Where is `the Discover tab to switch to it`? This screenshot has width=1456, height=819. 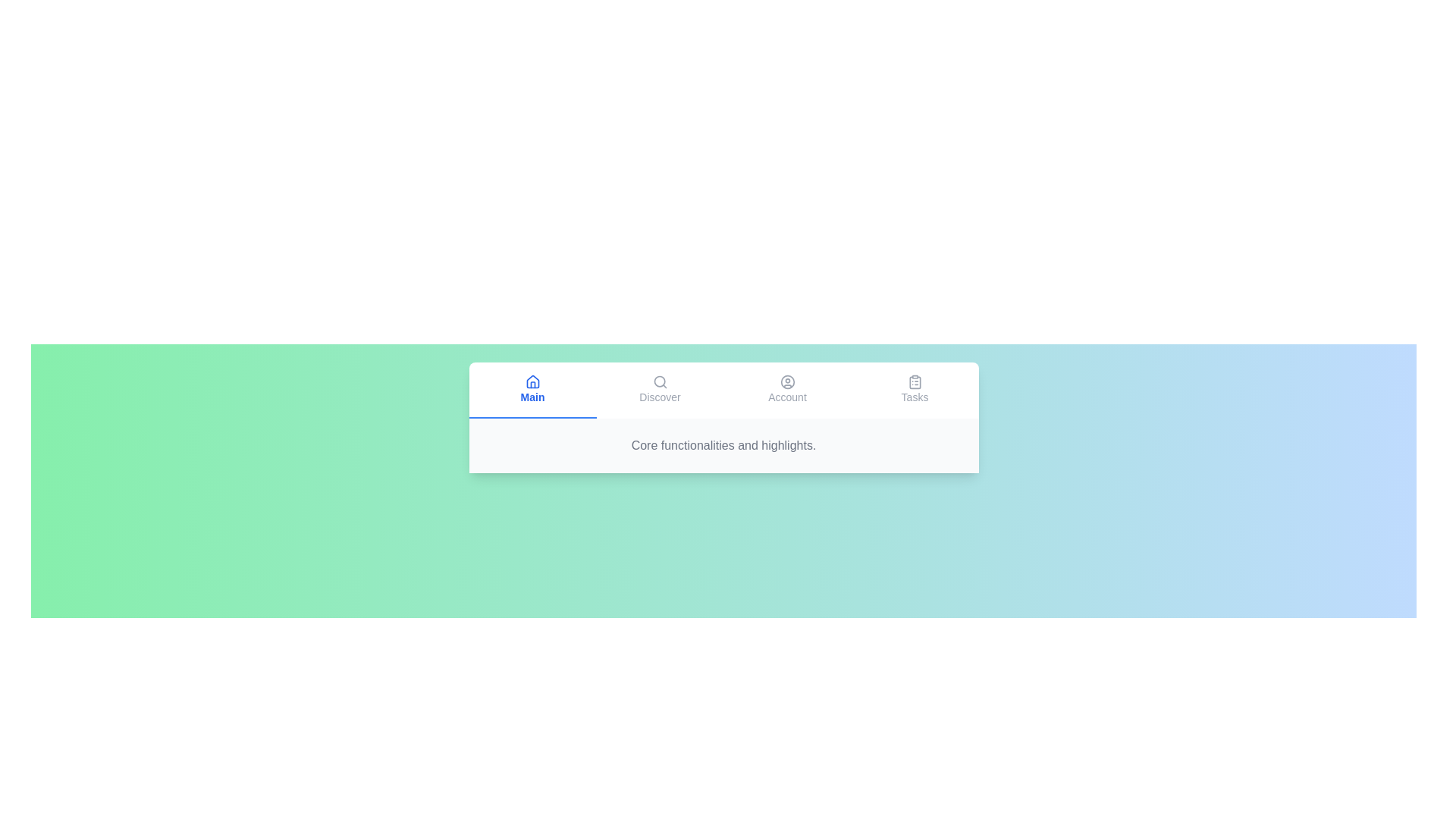
the Discover tab to switch to it is located at coordinates (660, 390).